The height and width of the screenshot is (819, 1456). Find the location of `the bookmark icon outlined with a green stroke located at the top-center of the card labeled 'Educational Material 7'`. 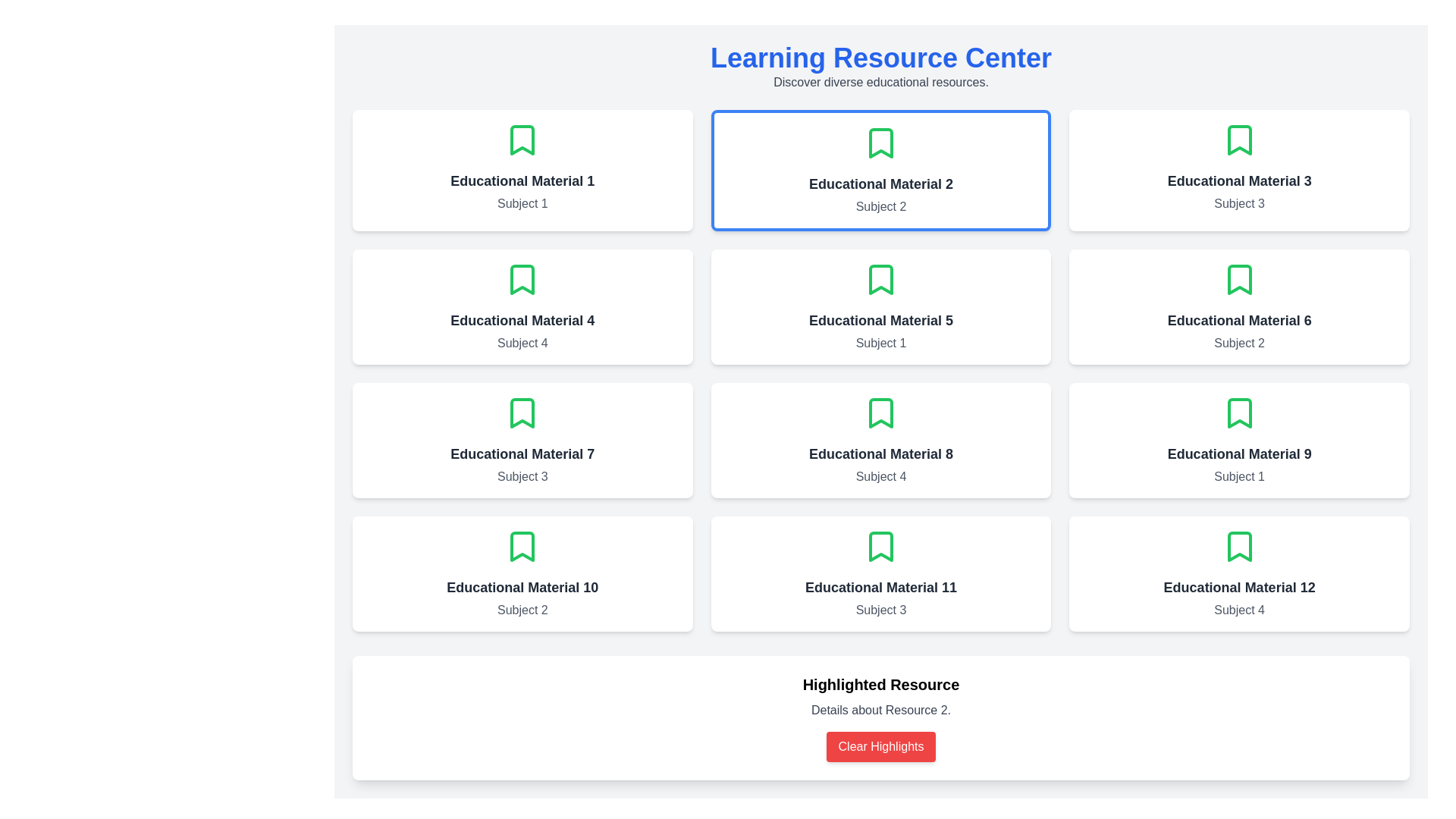

the bookmark icon outlined with a green stroke located at the top-center of the card labeled 'Educational Material 7' is located at coordinates (522, 413).